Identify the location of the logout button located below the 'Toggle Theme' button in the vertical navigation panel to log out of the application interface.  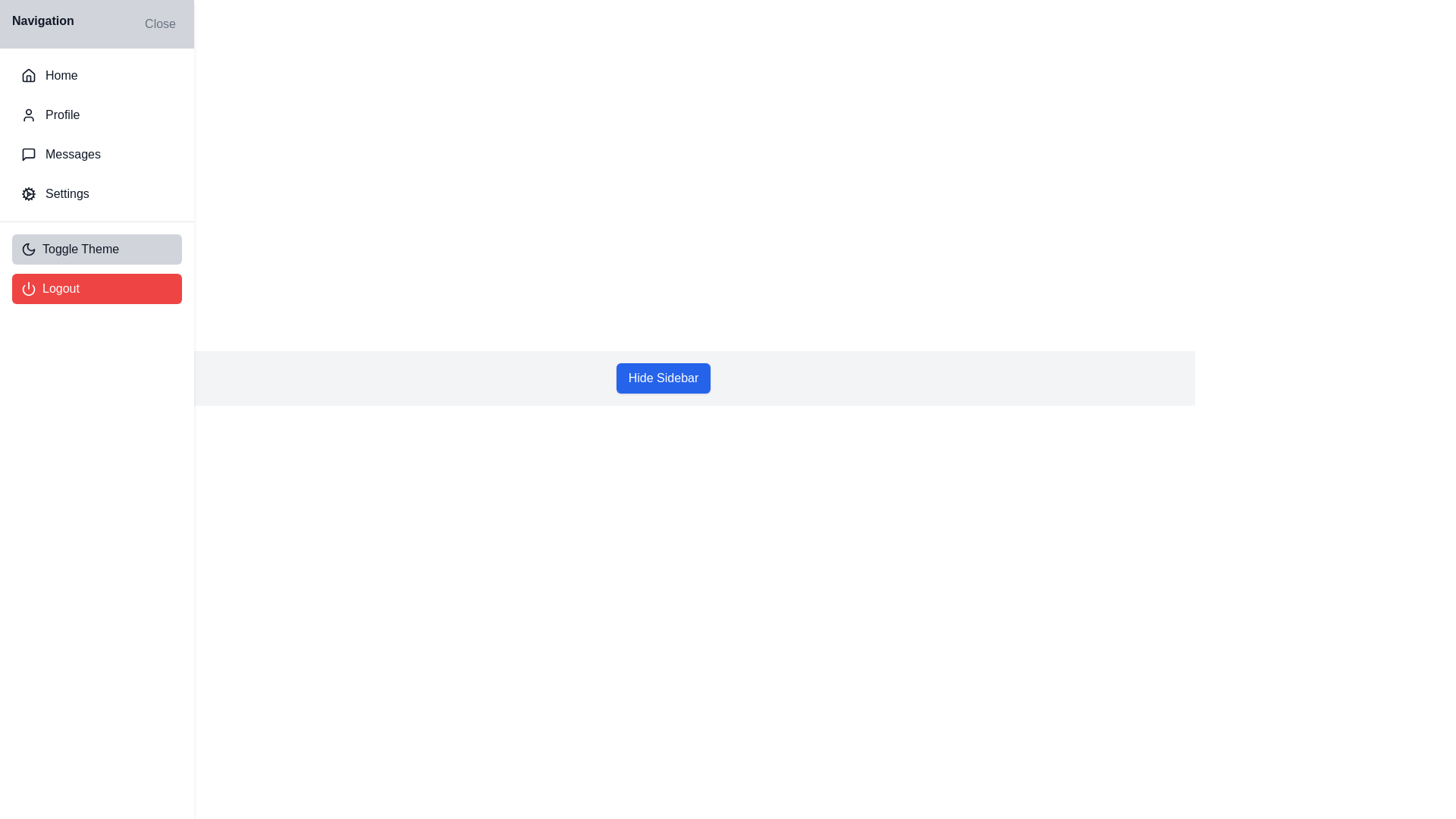
(96, 289).